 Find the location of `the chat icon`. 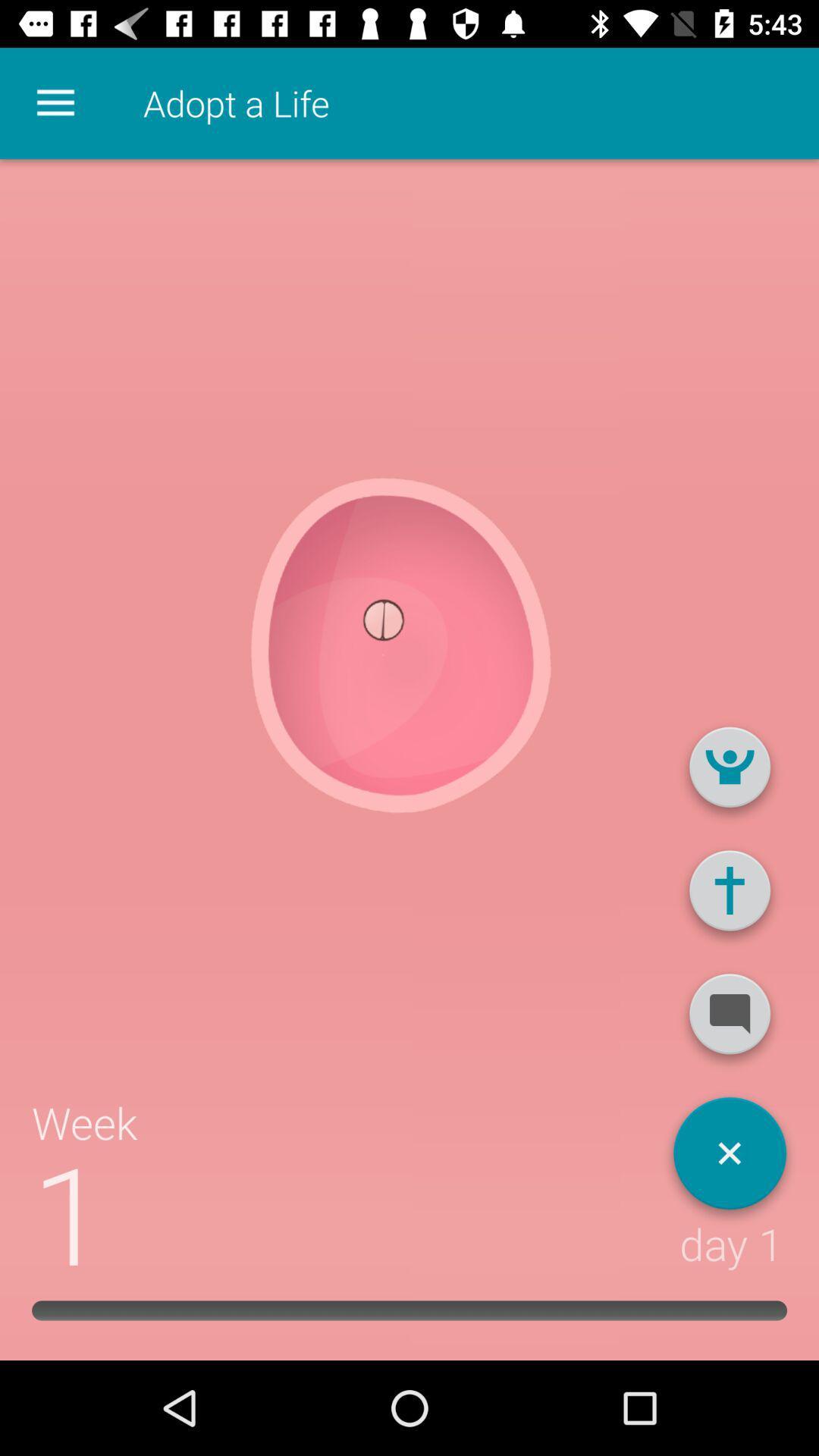

the chat icon is located at coordinates (729, 1020).